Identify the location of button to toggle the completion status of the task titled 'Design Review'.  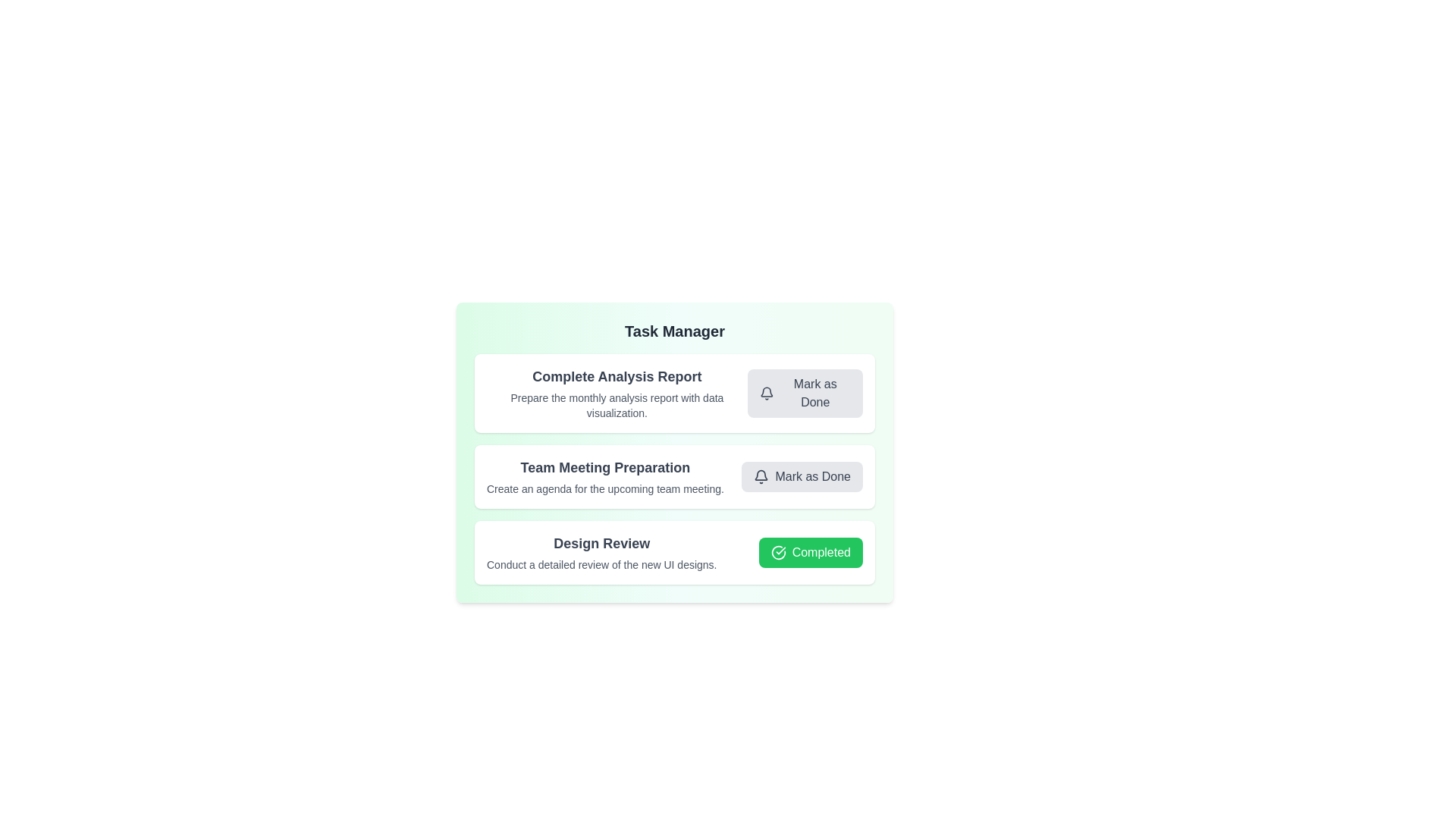
(810, 553).